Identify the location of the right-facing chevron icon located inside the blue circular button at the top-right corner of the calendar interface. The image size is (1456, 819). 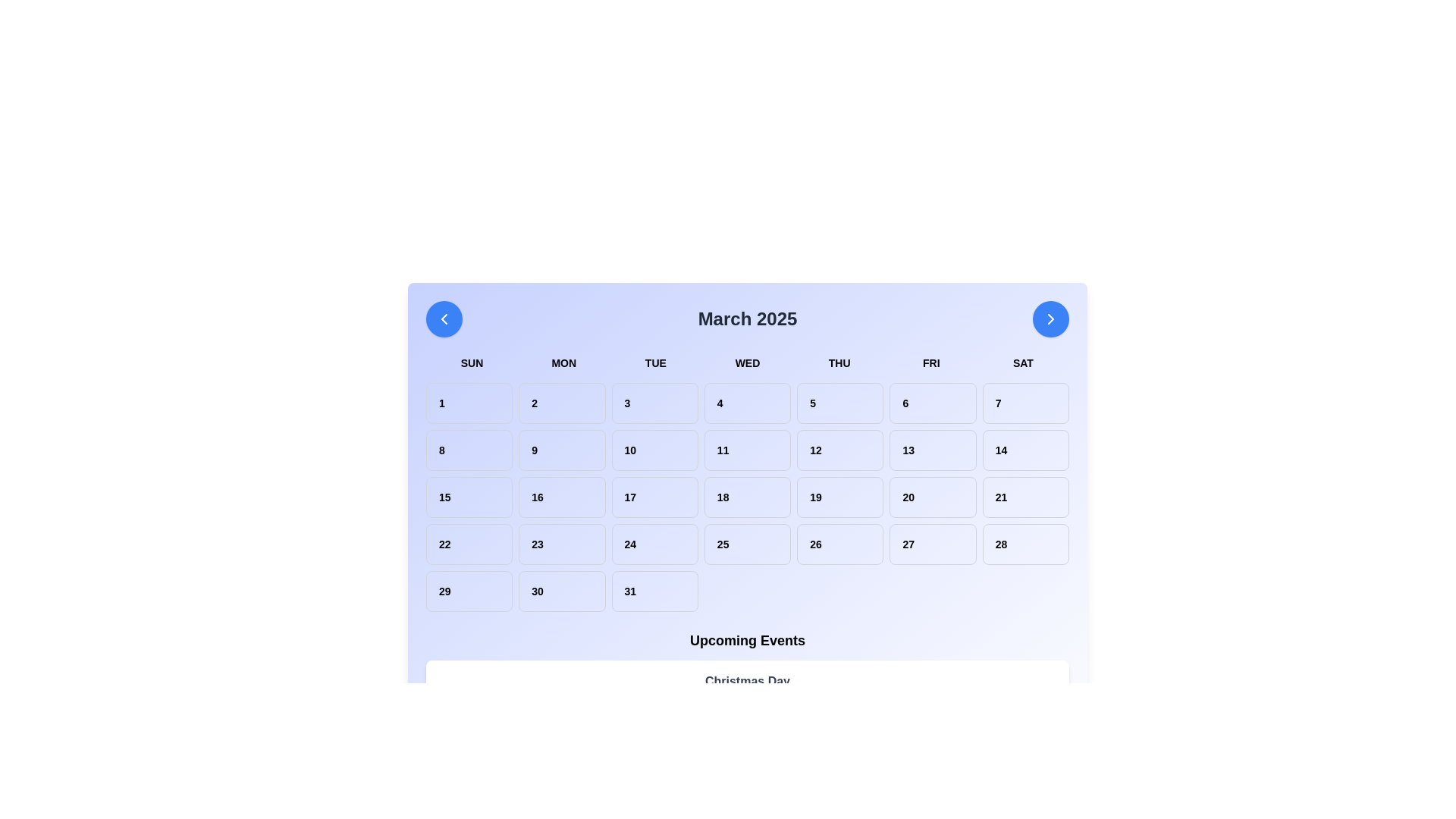
(1050, 318).